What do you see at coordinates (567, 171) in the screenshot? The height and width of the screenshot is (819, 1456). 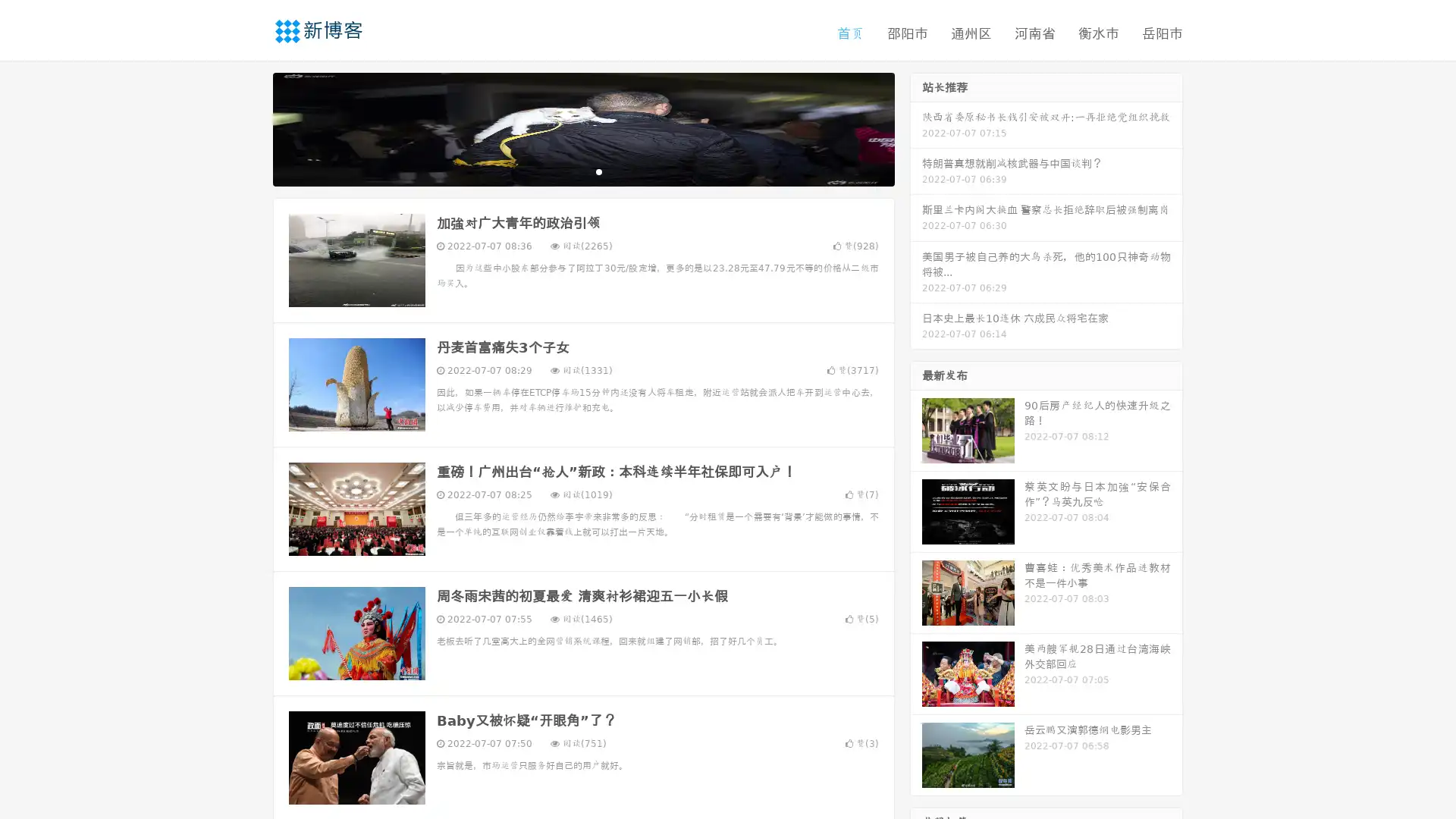 I see `Go to slide 1` at bounding box center [567, 171].